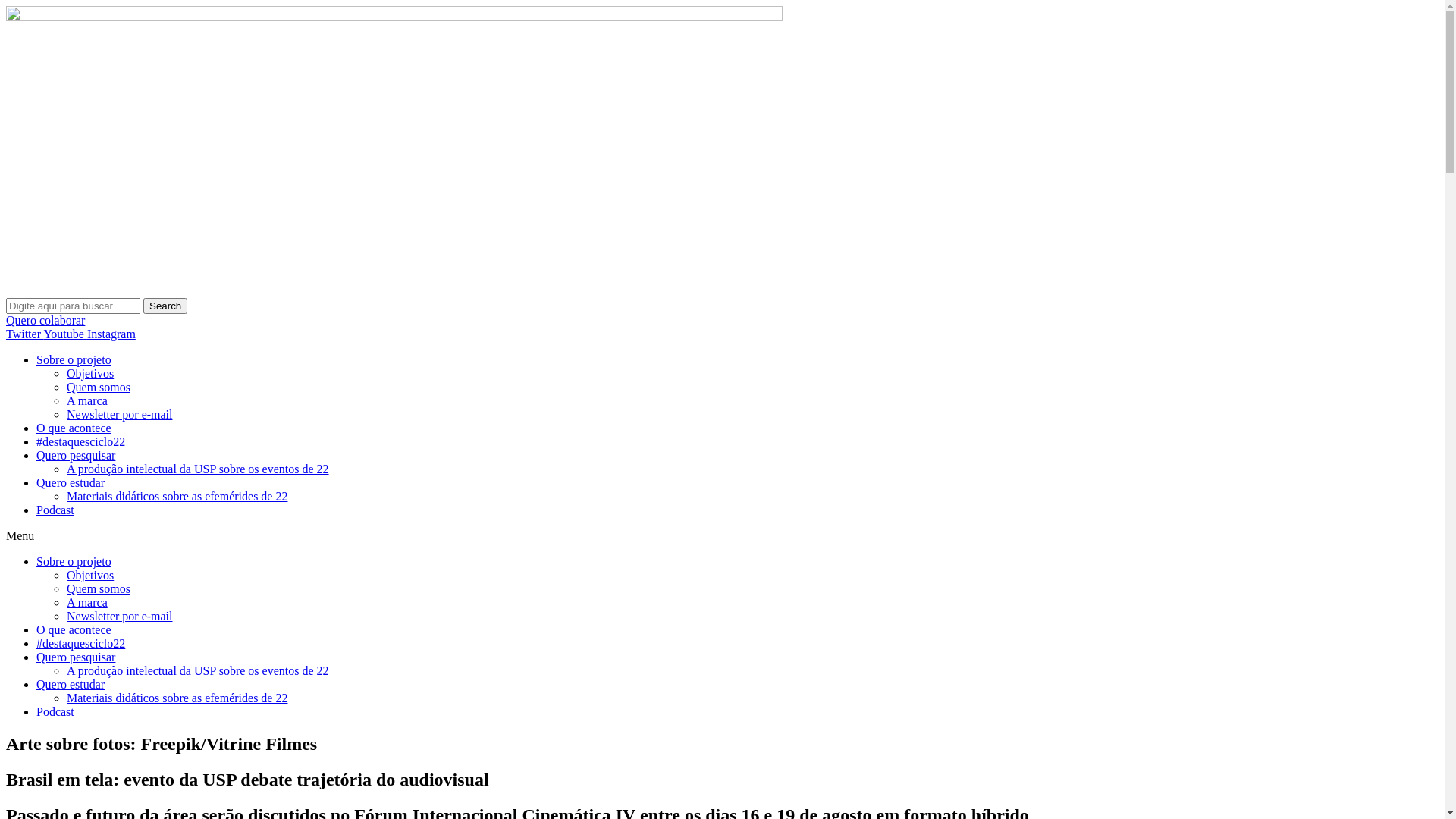 The image size is (1456, 819). What do you see at coordinates (73, 359) in the screenshot?
I see `'Sobre o projeto'` at bounding box center [73, 359].